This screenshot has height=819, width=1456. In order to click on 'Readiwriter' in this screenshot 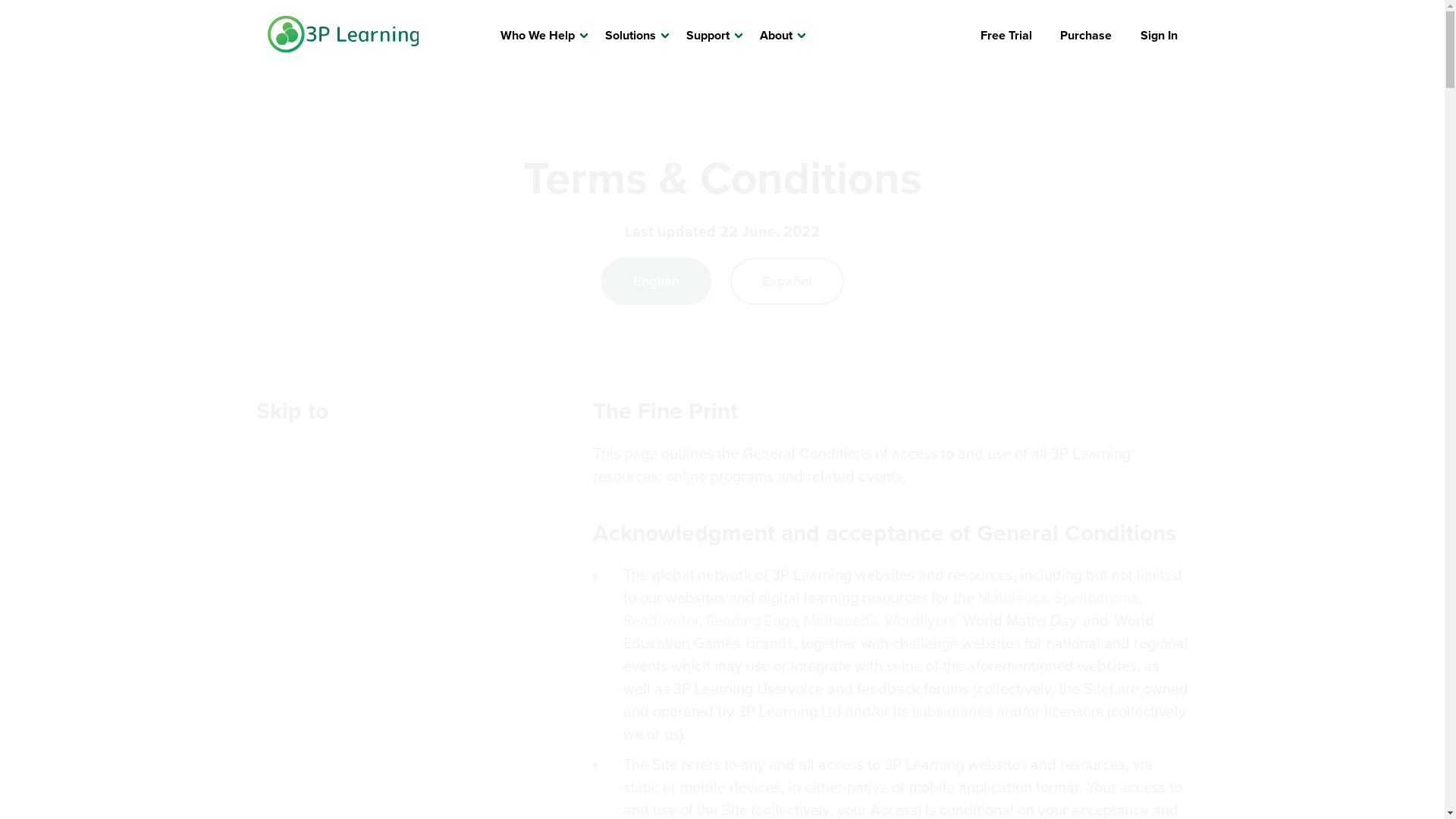, I will do `click(661, 620)`.